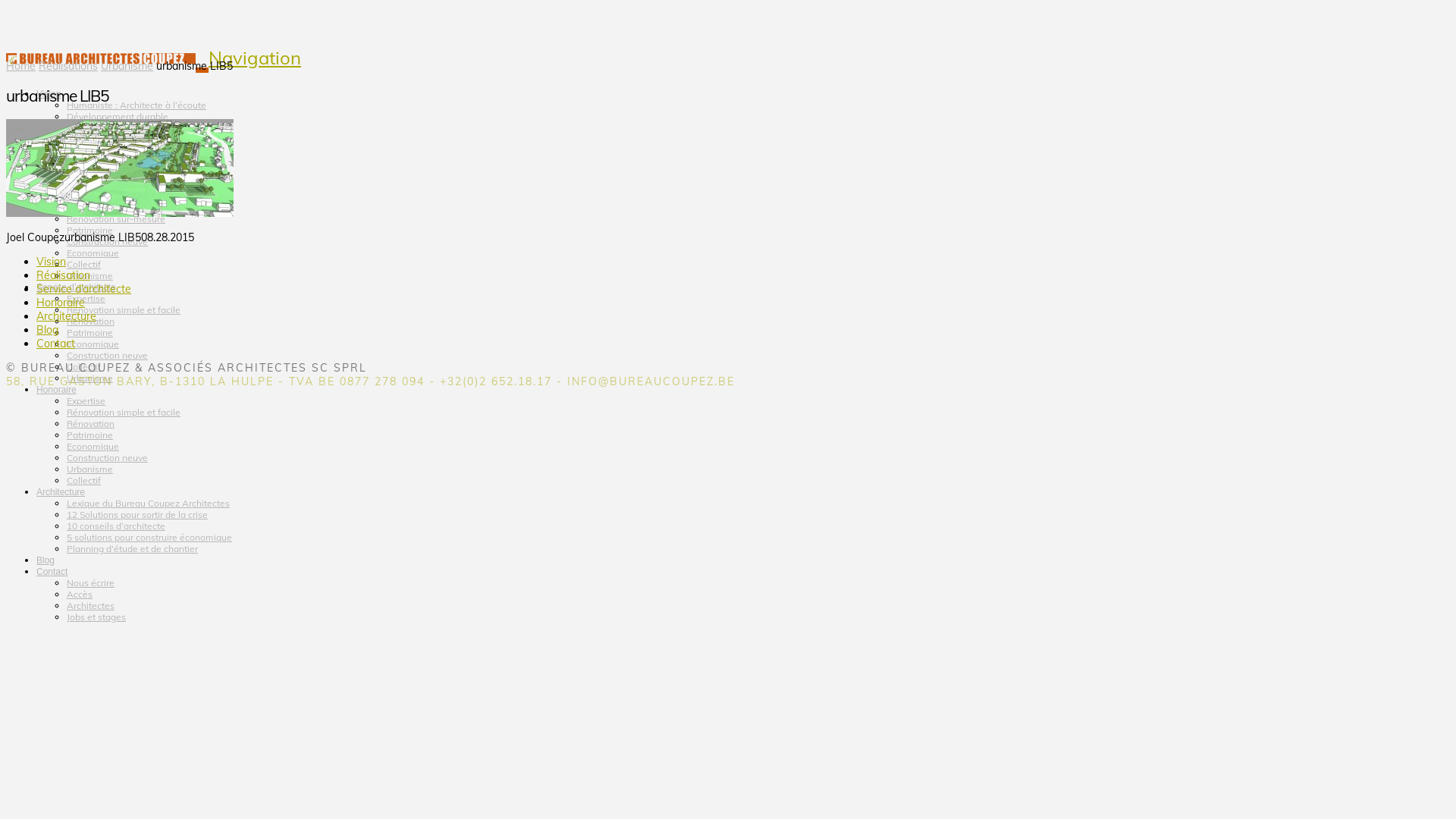  What do you see at coordinates (106, 355) in the screenshot?
I see `'Construction neuve'` at bounding box center [106, 355].